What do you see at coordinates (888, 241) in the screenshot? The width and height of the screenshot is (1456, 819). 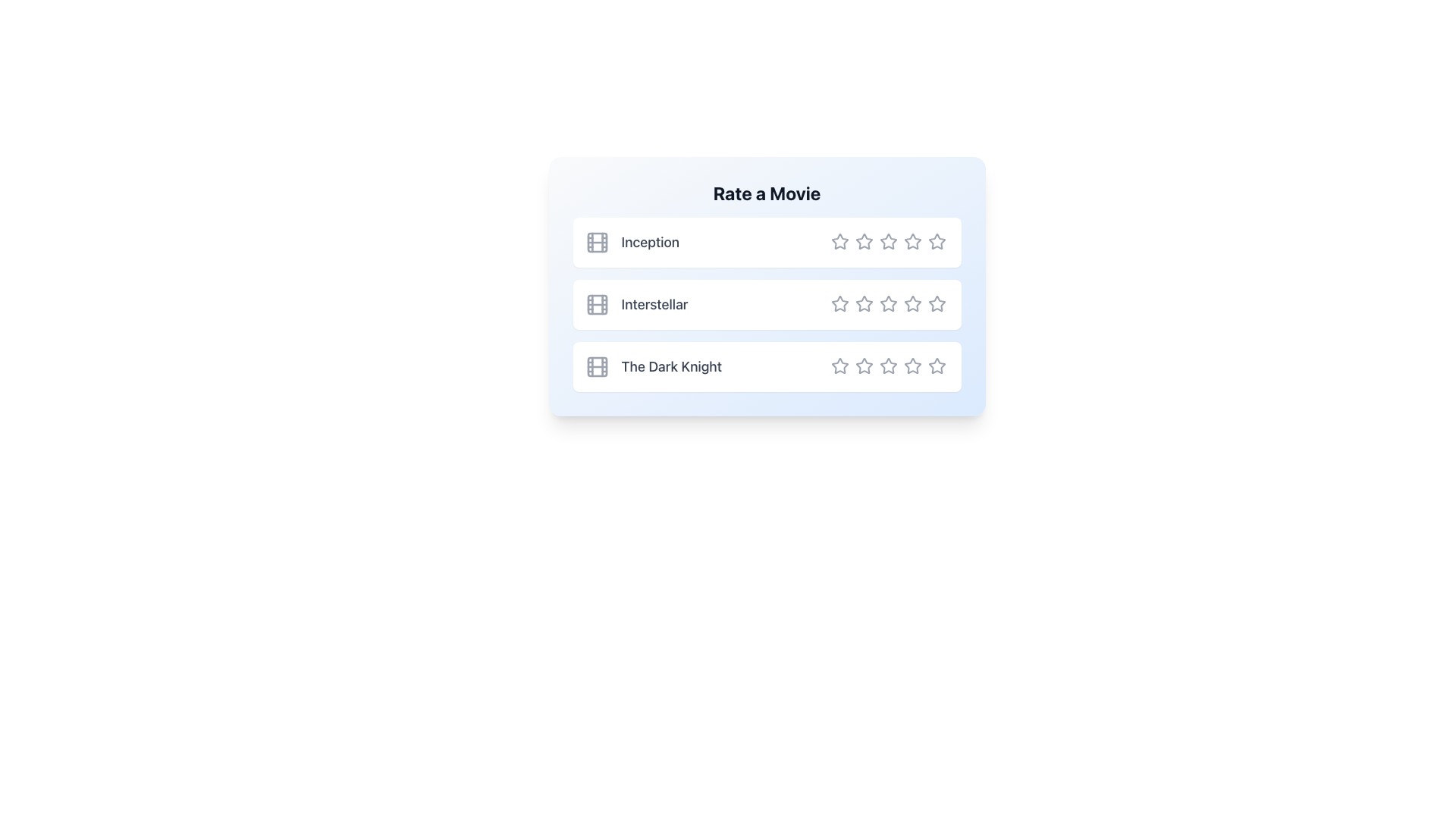 I see `the third star icon to assign a 3-star rating to the movie 'Inception.'` at bounding box center [888, 241].